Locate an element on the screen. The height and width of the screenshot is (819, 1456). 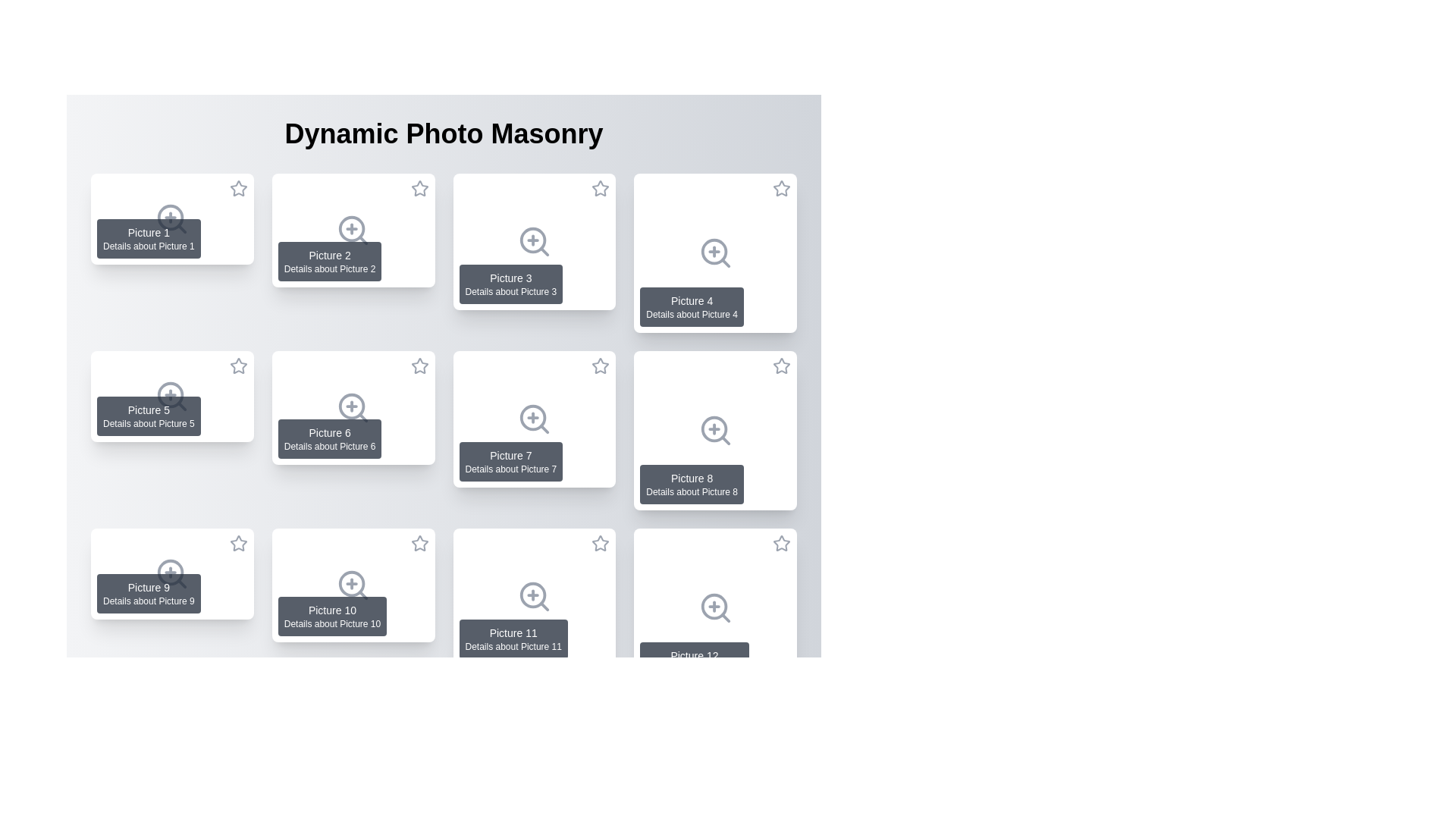
the star-shaped favorite button located at the top-right corner of the 'Picture 7' card in the 'Dynamic Photo Masonry' layout to mark it as a favorite is located at coordinates (600, 366).